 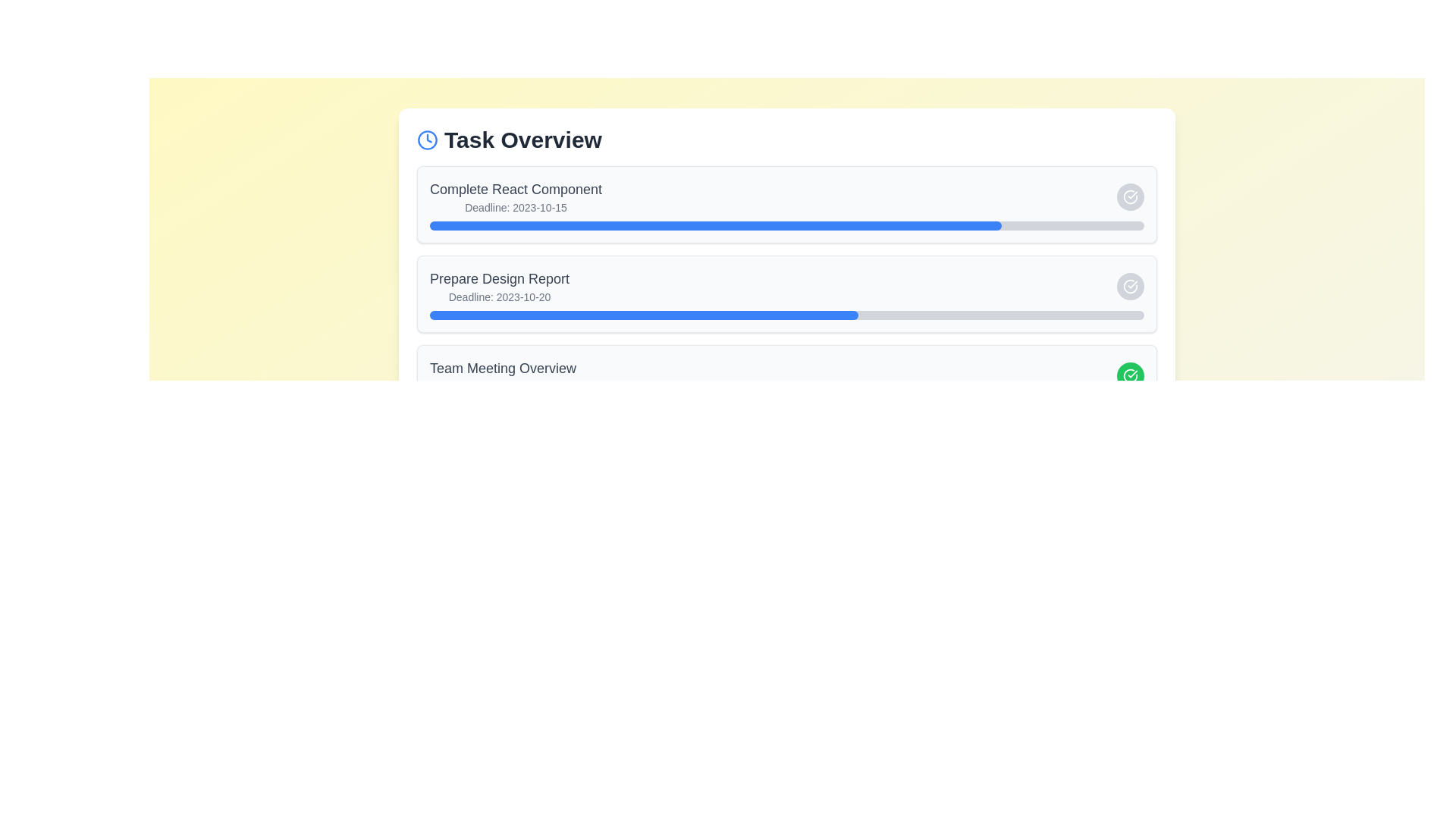 I want to click on the Text Label that informs users about the deadline for the task 'Prepare Design Report', located below the title and above the progress indicator bar, so click(x=500, y=297).